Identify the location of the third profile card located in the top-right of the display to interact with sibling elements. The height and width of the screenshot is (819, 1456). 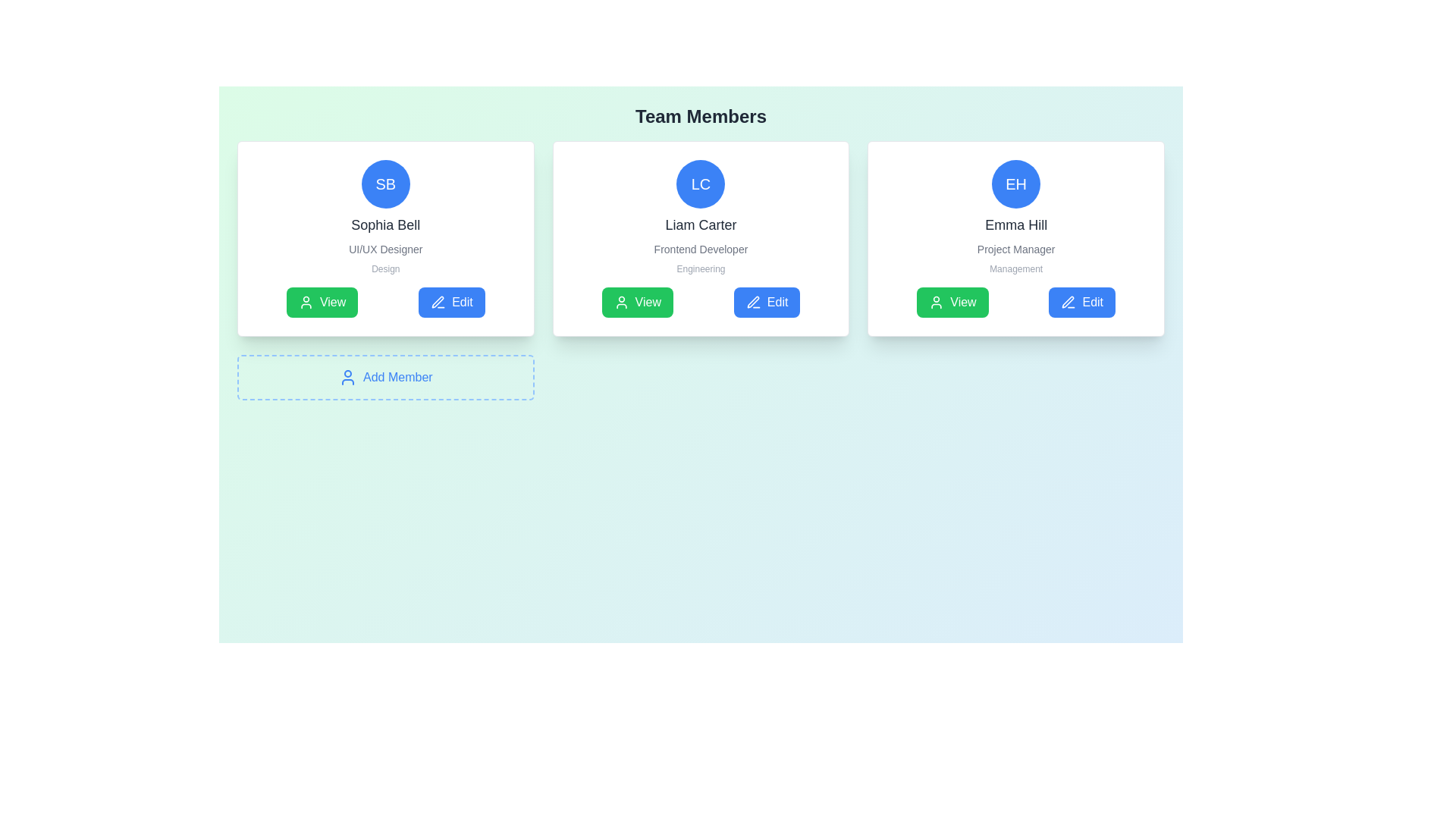
(1015, 217).